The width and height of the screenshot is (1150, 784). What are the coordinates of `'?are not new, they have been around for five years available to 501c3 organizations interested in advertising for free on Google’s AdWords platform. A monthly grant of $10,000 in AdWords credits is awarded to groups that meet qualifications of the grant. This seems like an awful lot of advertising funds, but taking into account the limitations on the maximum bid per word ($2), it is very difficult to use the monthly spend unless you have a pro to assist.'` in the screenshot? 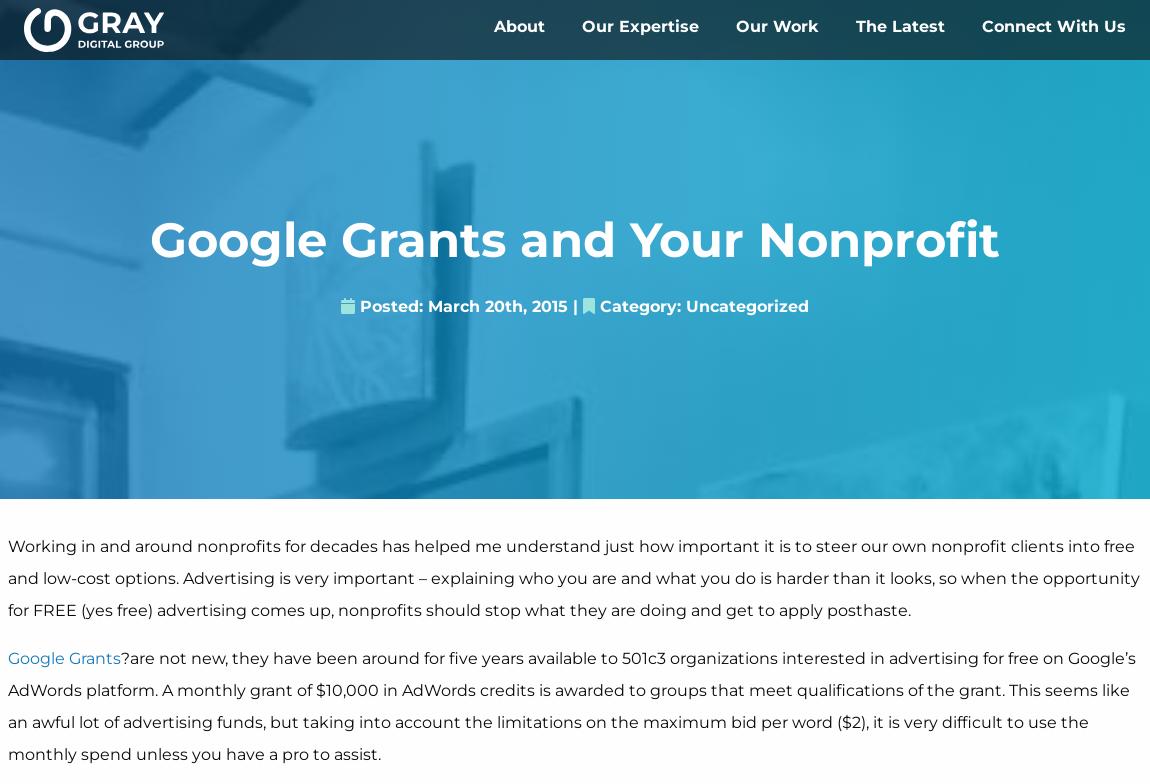 It's located at (572, 705).